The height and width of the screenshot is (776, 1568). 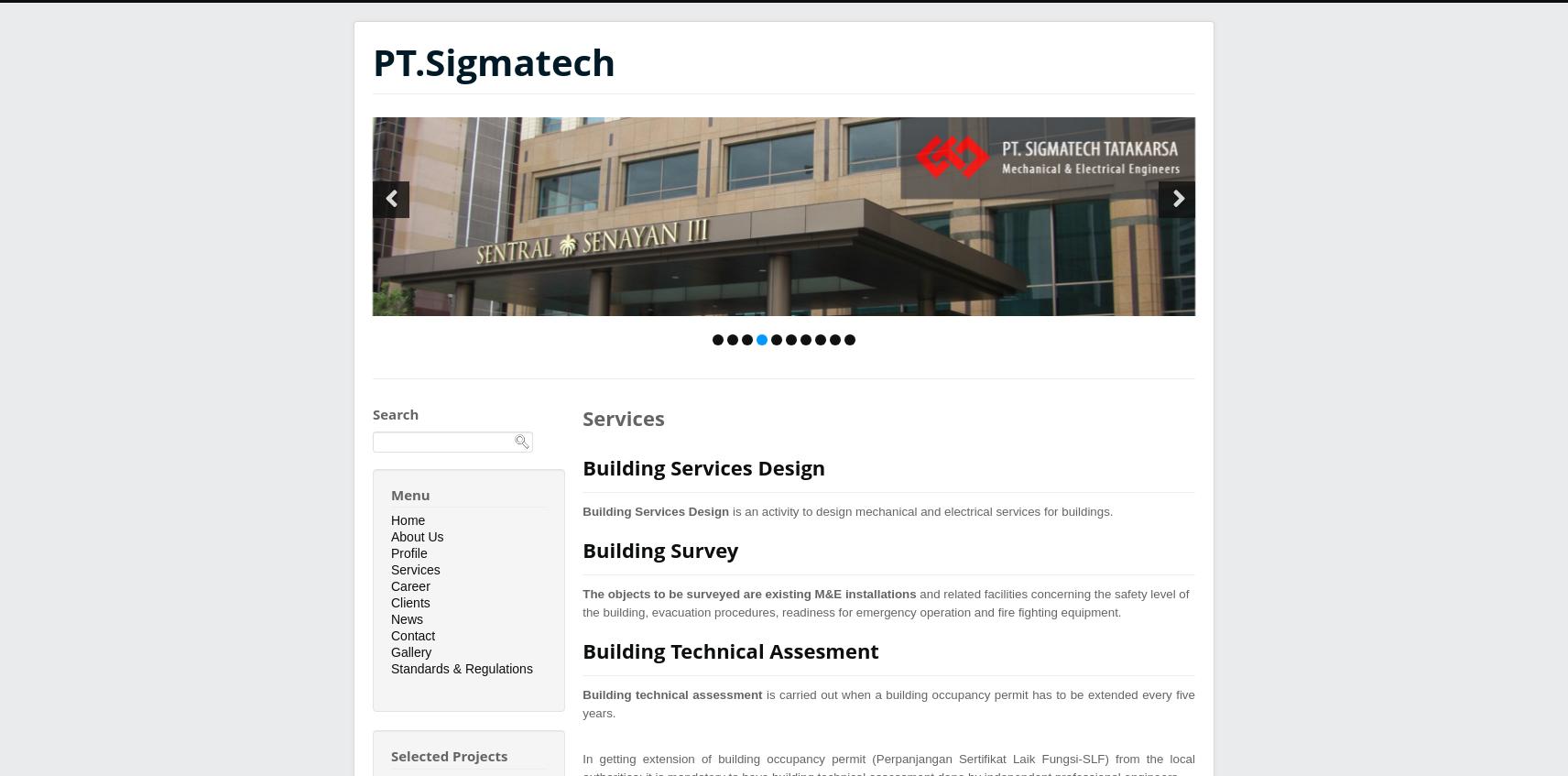 What do you see at coordinates (493, 61) in the screenshot?
I see `'PT.Sigmatech'` at bounding box center [493, 61].